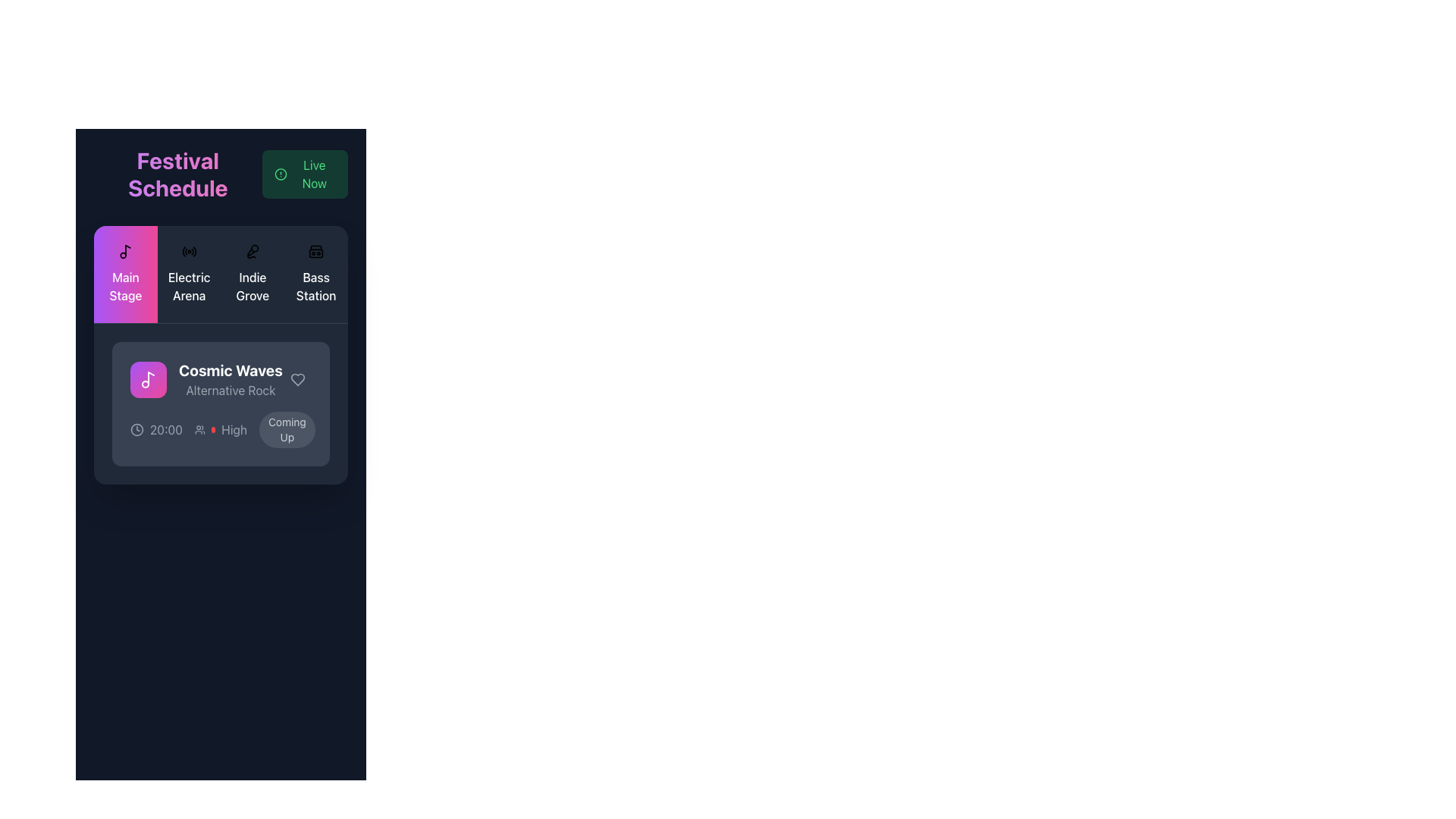 The width and height of the screenshot is (1456, 819). Describe the element at coordinates (230, 390) in the screenshot. I see `the static text label styled in gray with the content 'Alternative Rock', located below 'Cosmic Waves' in the 'Main Stage' section of the card interface` at that location.